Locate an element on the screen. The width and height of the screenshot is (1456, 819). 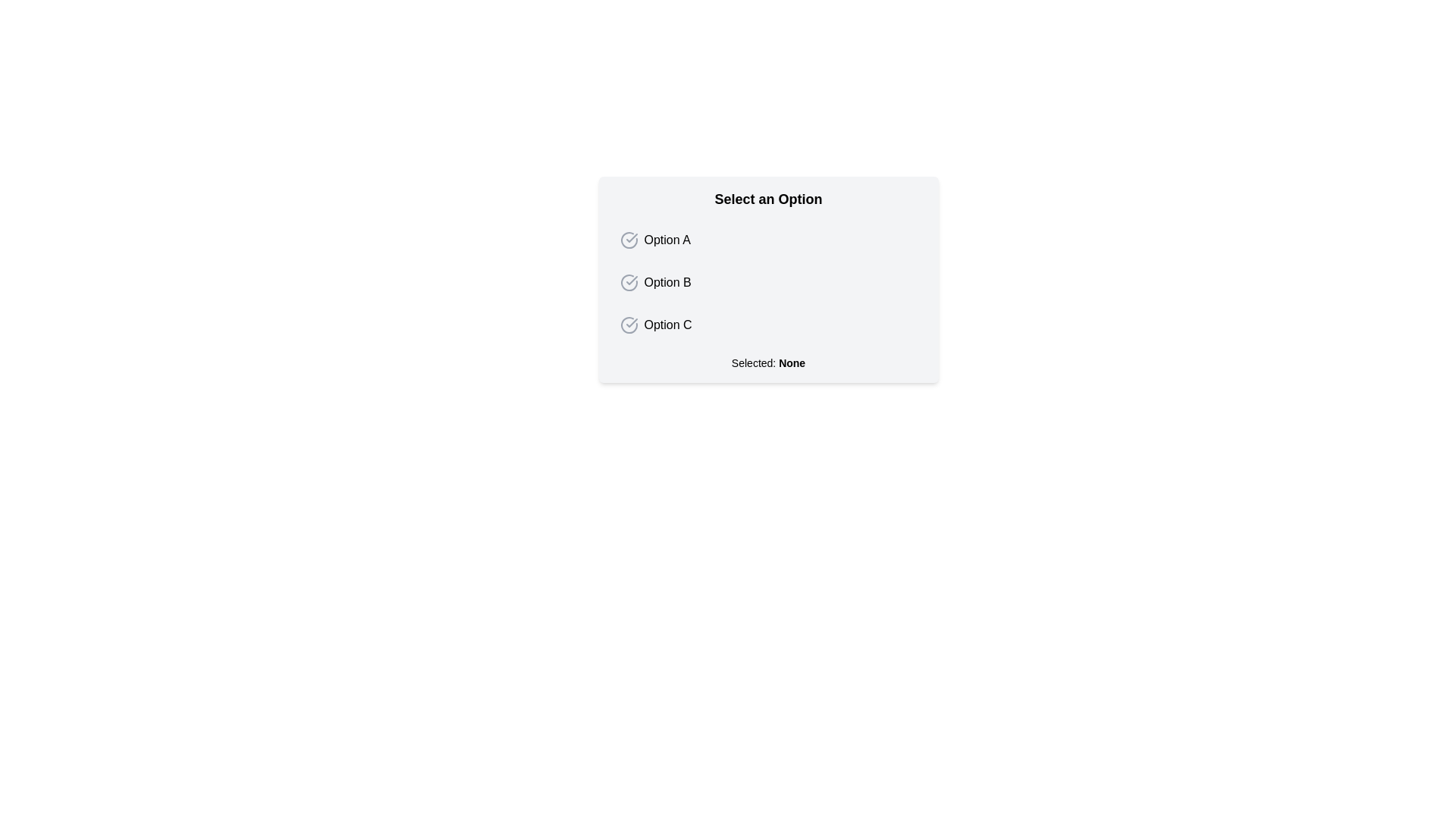
the option in the Dropdown-like selection group with checkboxes is located at coordinates (768, 280).